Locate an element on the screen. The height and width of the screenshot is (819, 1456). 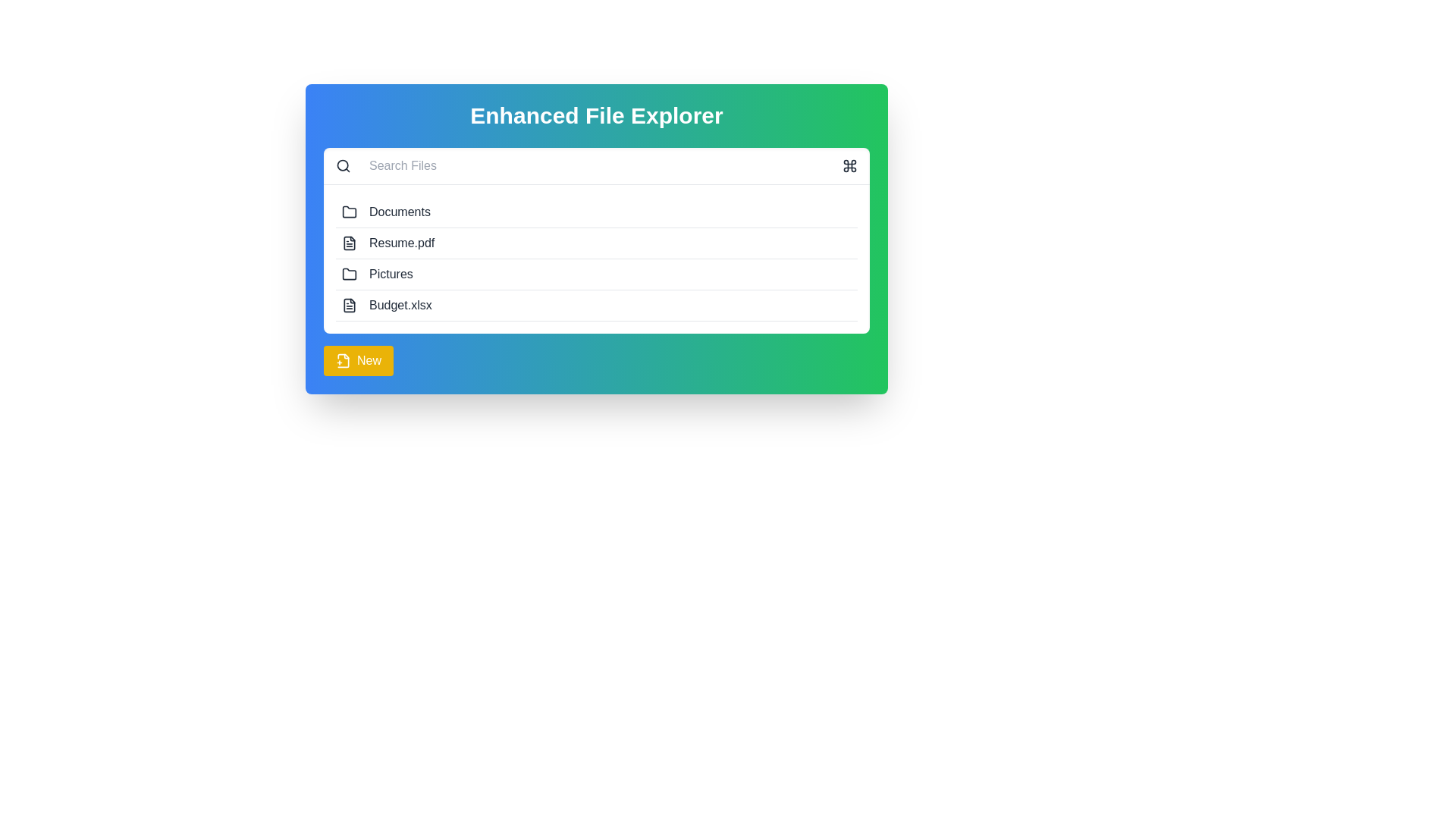
the document icon located to the left of the 'Resume.pdf' text in the file listing section is located at coordinates (348, 242).